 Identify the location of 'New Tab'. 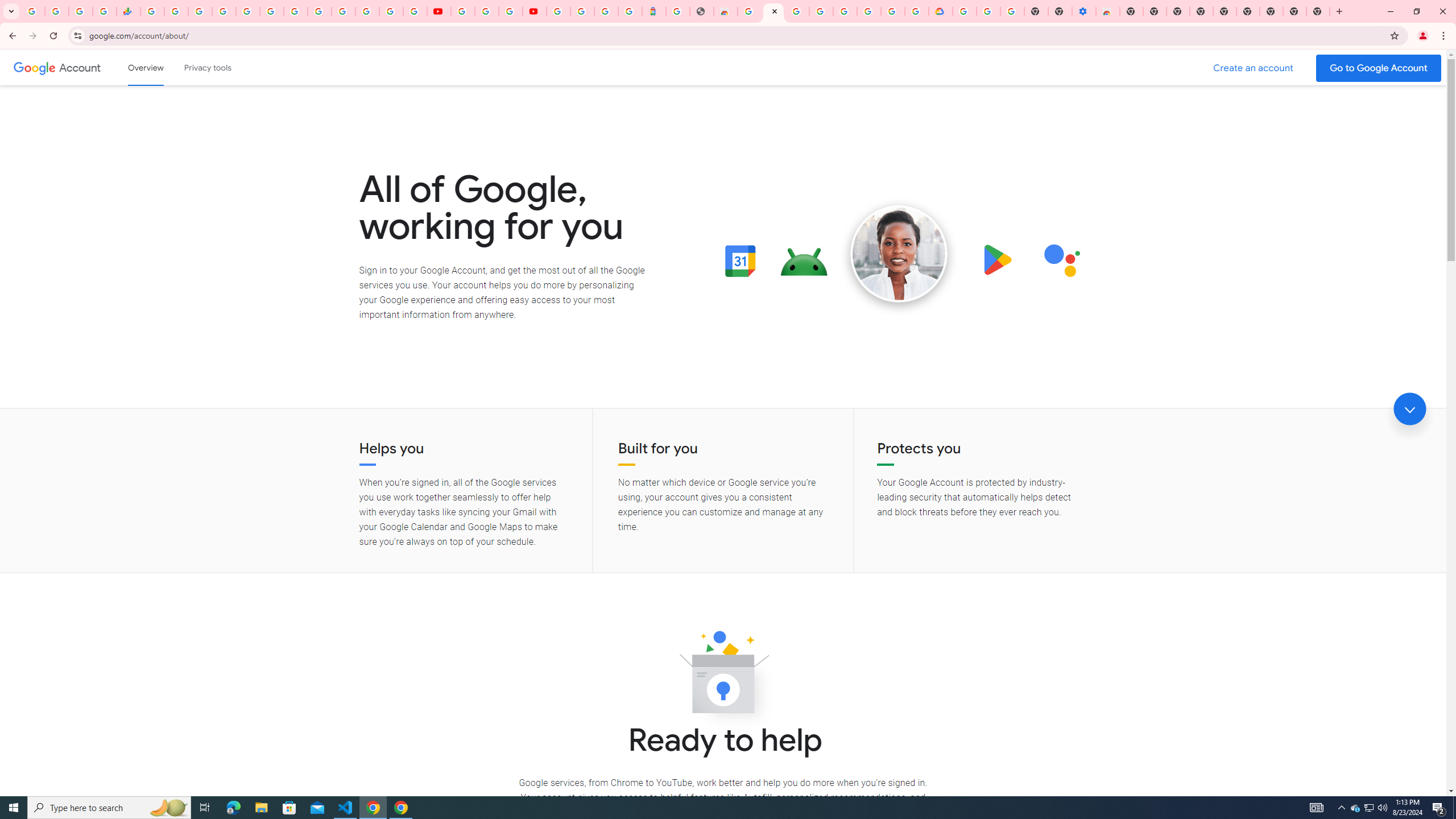
(1271, 11).